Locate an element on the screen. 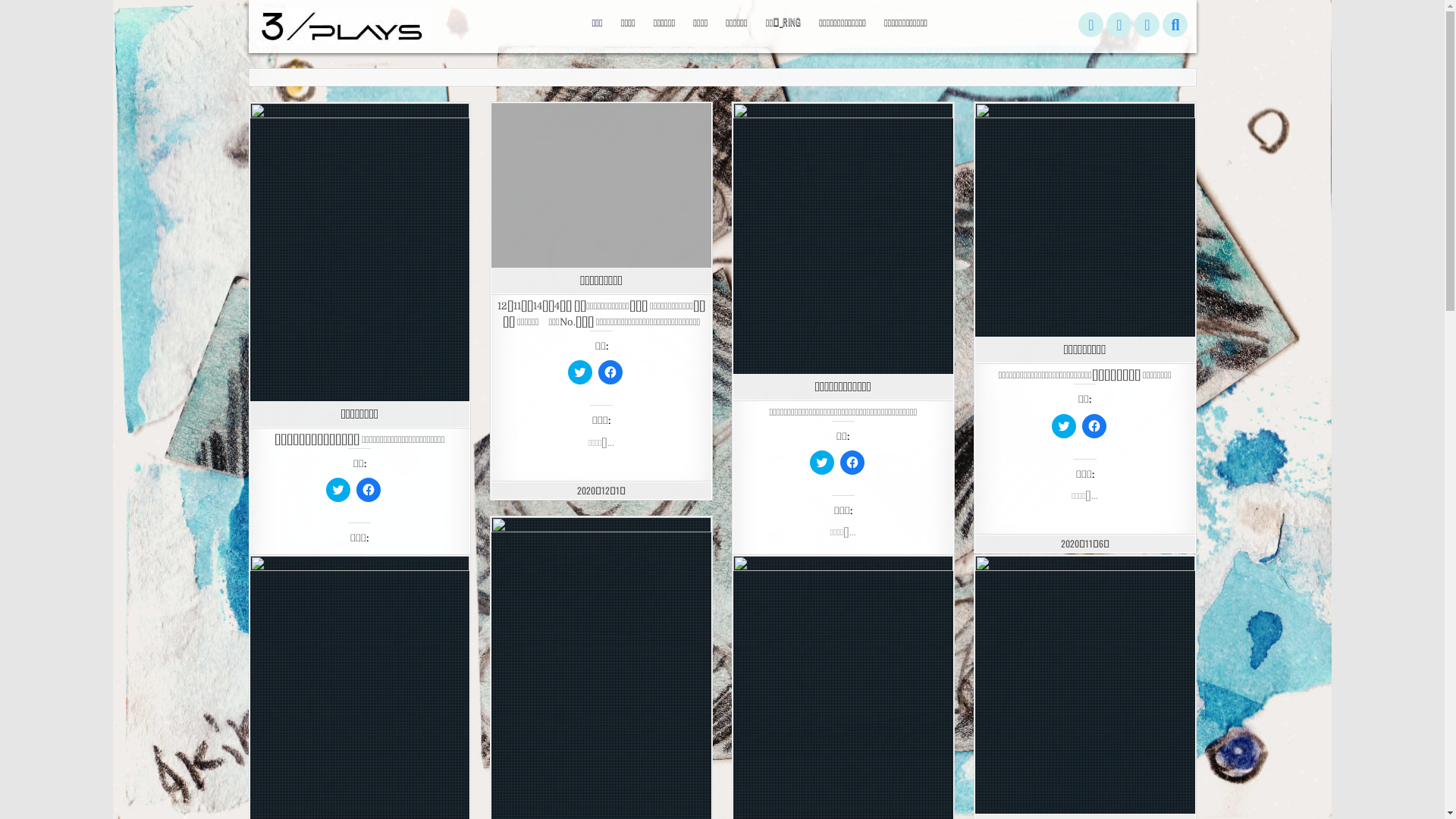 Image resolution: width=1456 pixels, height=819 pixels. 'Facebook' is located at coordinates (1116, 25).